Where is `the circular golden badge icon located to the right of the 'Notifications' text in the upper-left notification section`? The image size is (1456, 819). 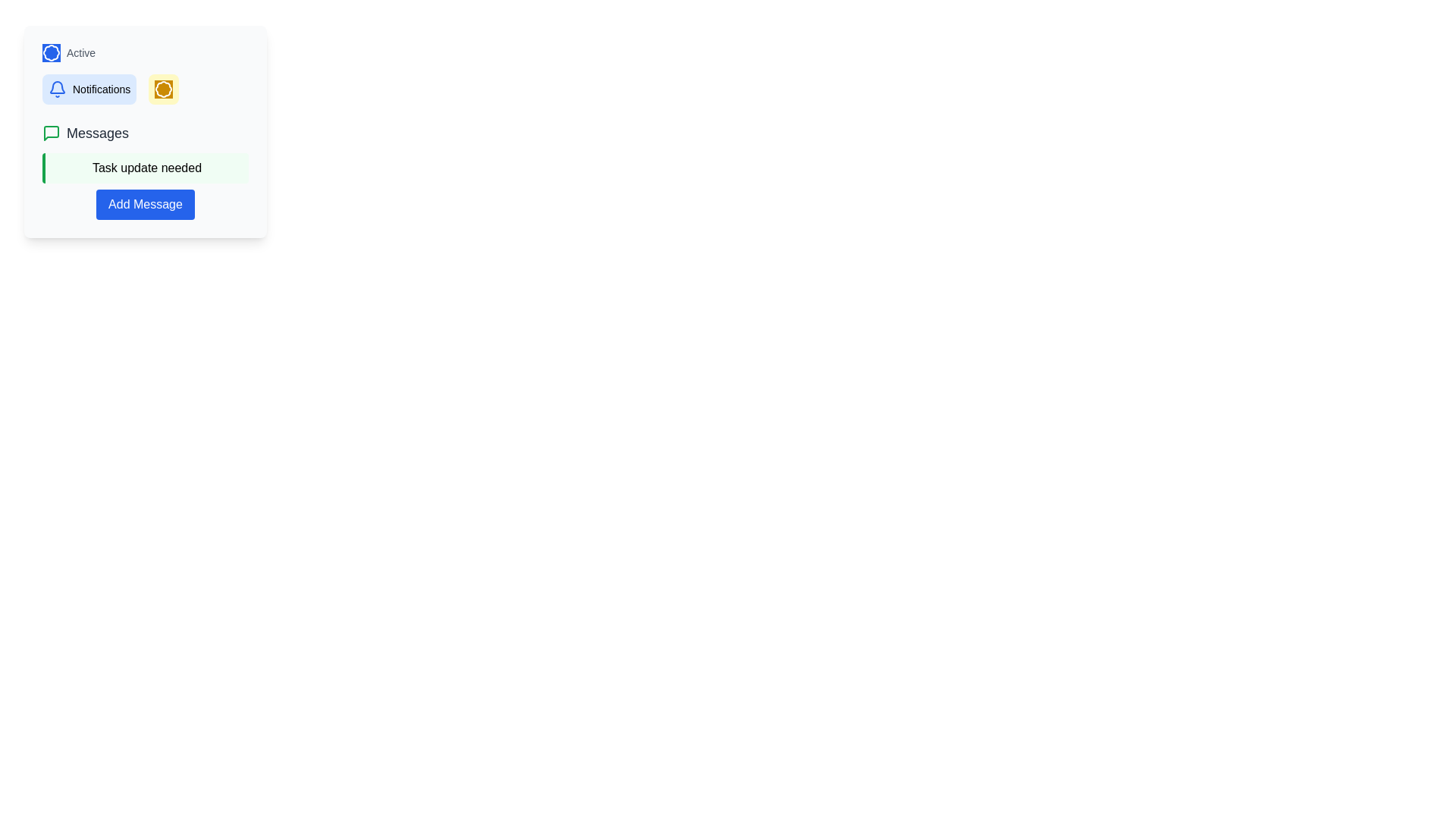 the circular golden badge icon located to the right of the 'Notifications' text in the upper-left notification section is located at coordinates (164, 89).